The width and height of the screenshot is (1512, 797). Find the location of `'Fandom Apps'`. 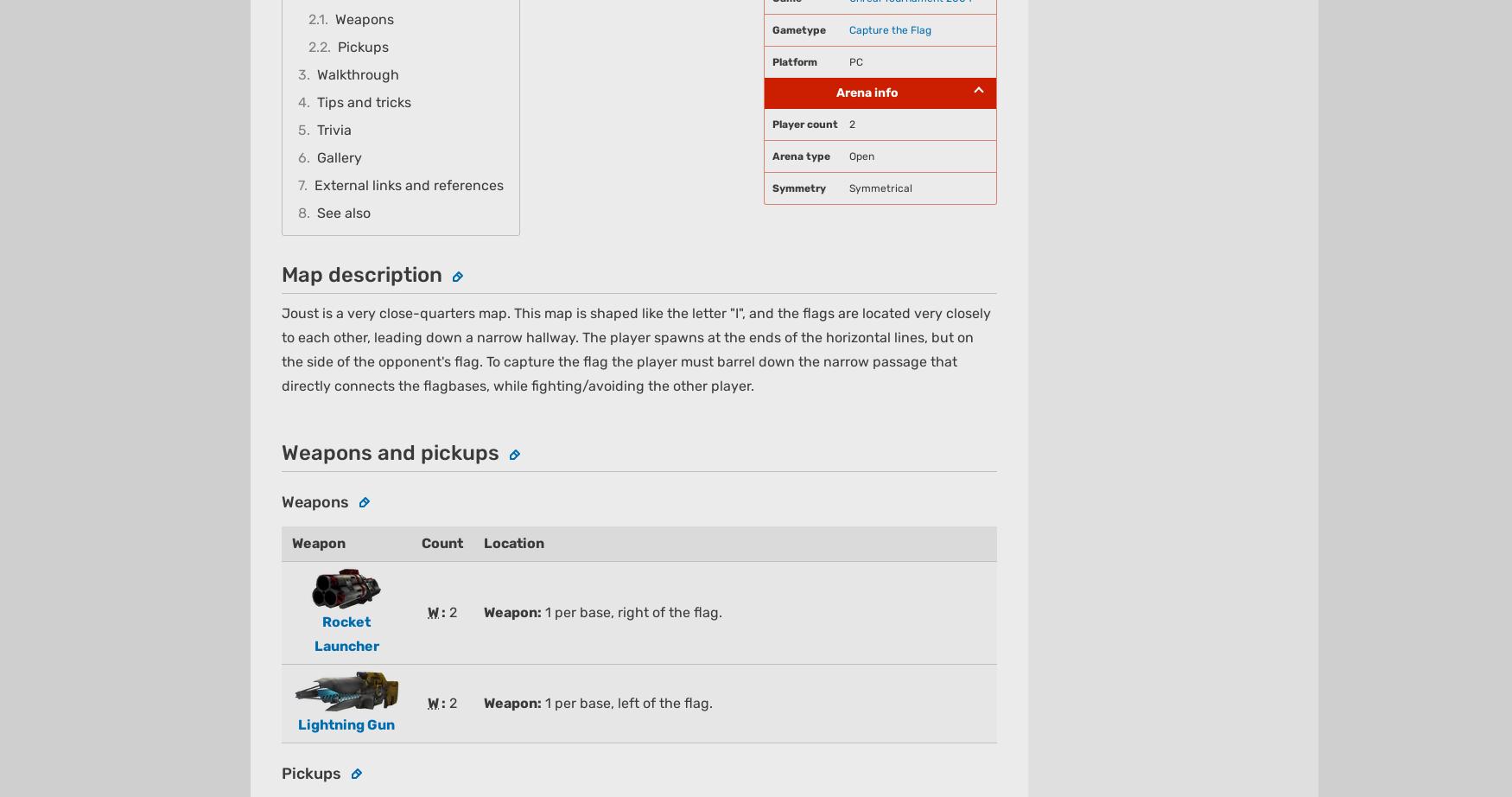

'Fandom Apps' is located at coordinates (1009, 682).